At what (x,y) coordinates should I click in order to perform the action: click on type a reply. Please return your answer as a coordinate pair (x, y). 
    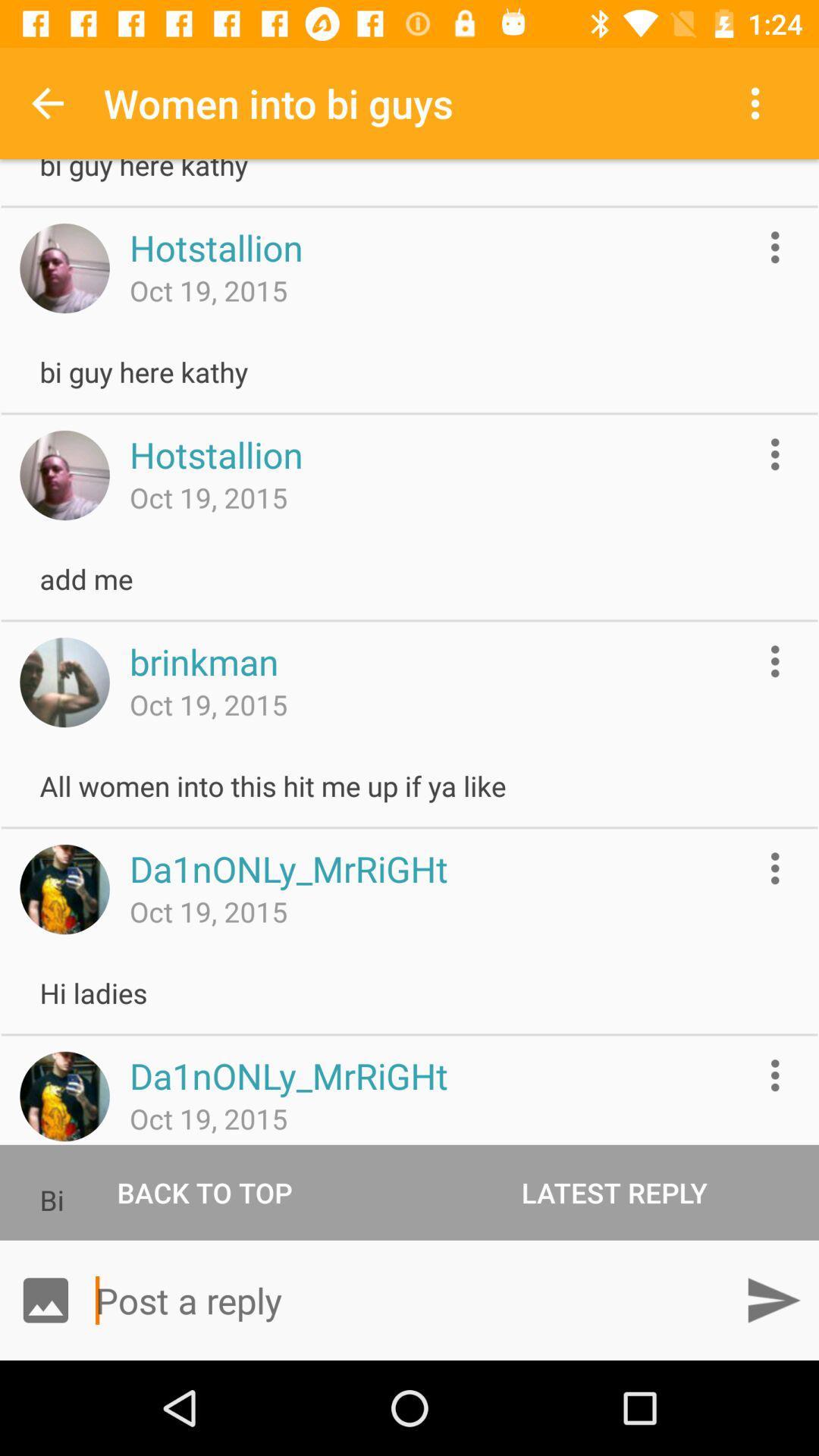
    Looking at the image, I should click on (409, 1299).